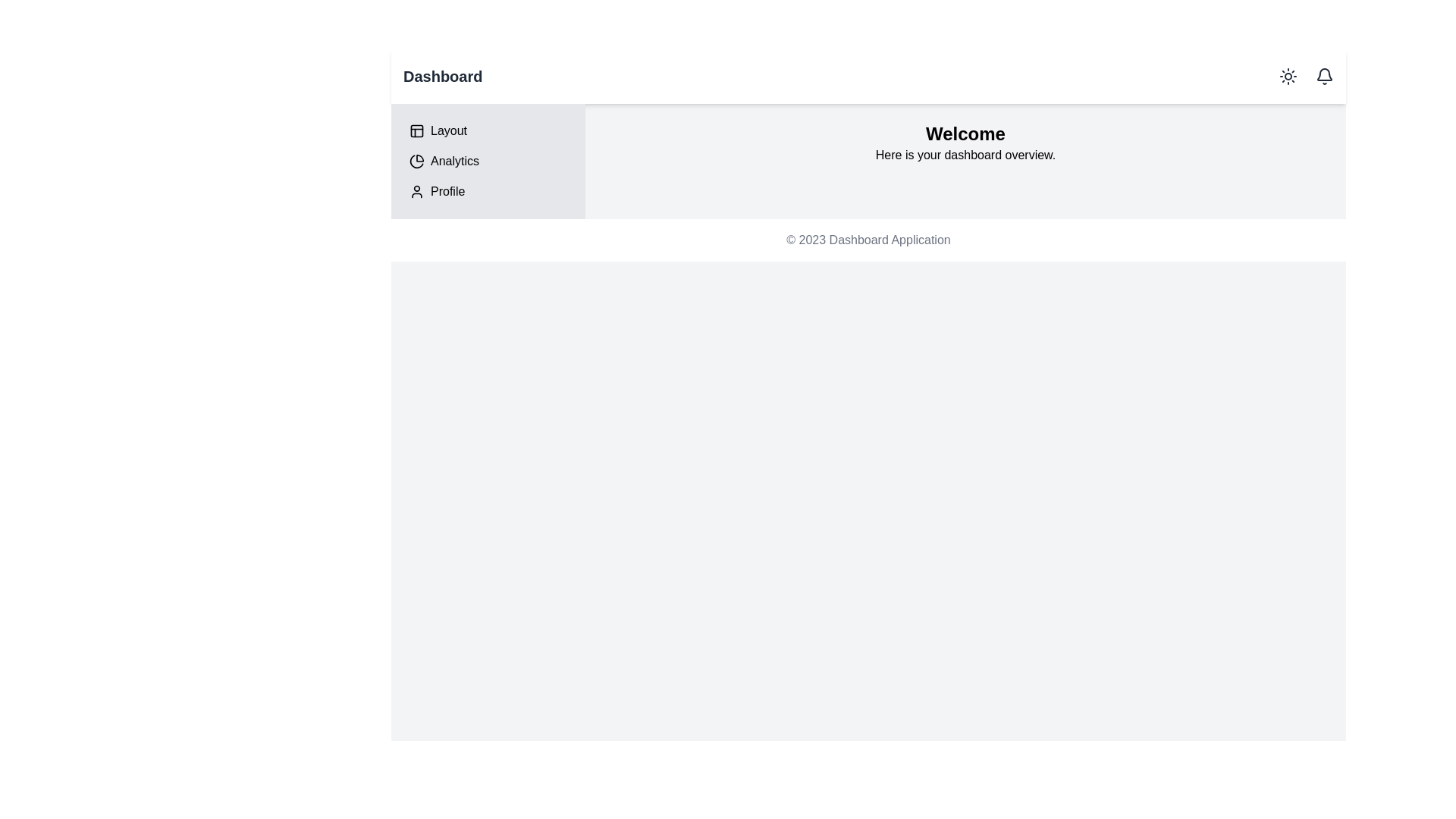  Describe the element at coordinates (1288, 76) in the screenshot. I see `the toggle button for light and dark modes located in the upper-right corner of the user interface, to the left of the bell icon` at that location.